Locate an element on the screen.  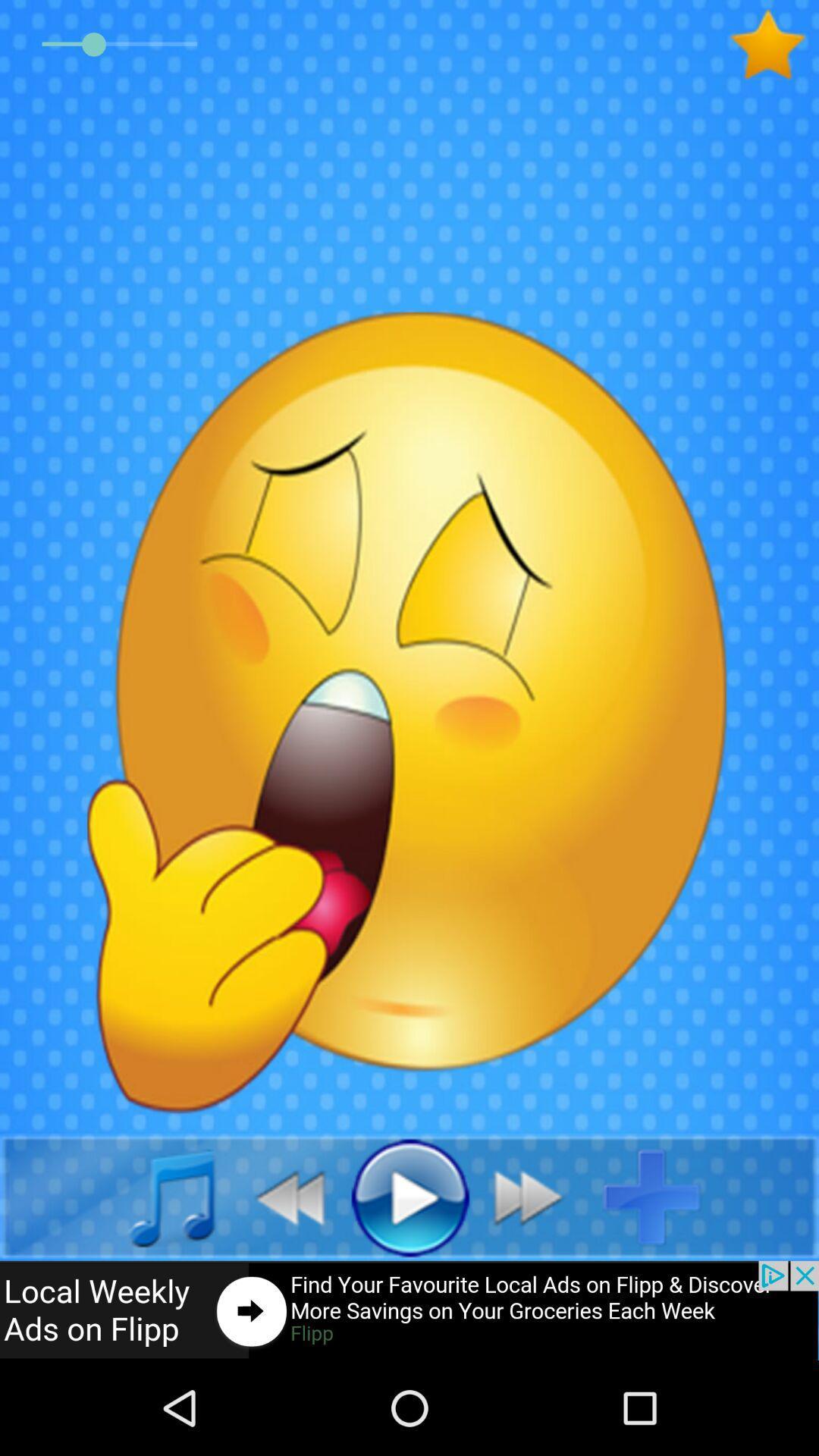
click next option is located at coordinates (536, 1196).